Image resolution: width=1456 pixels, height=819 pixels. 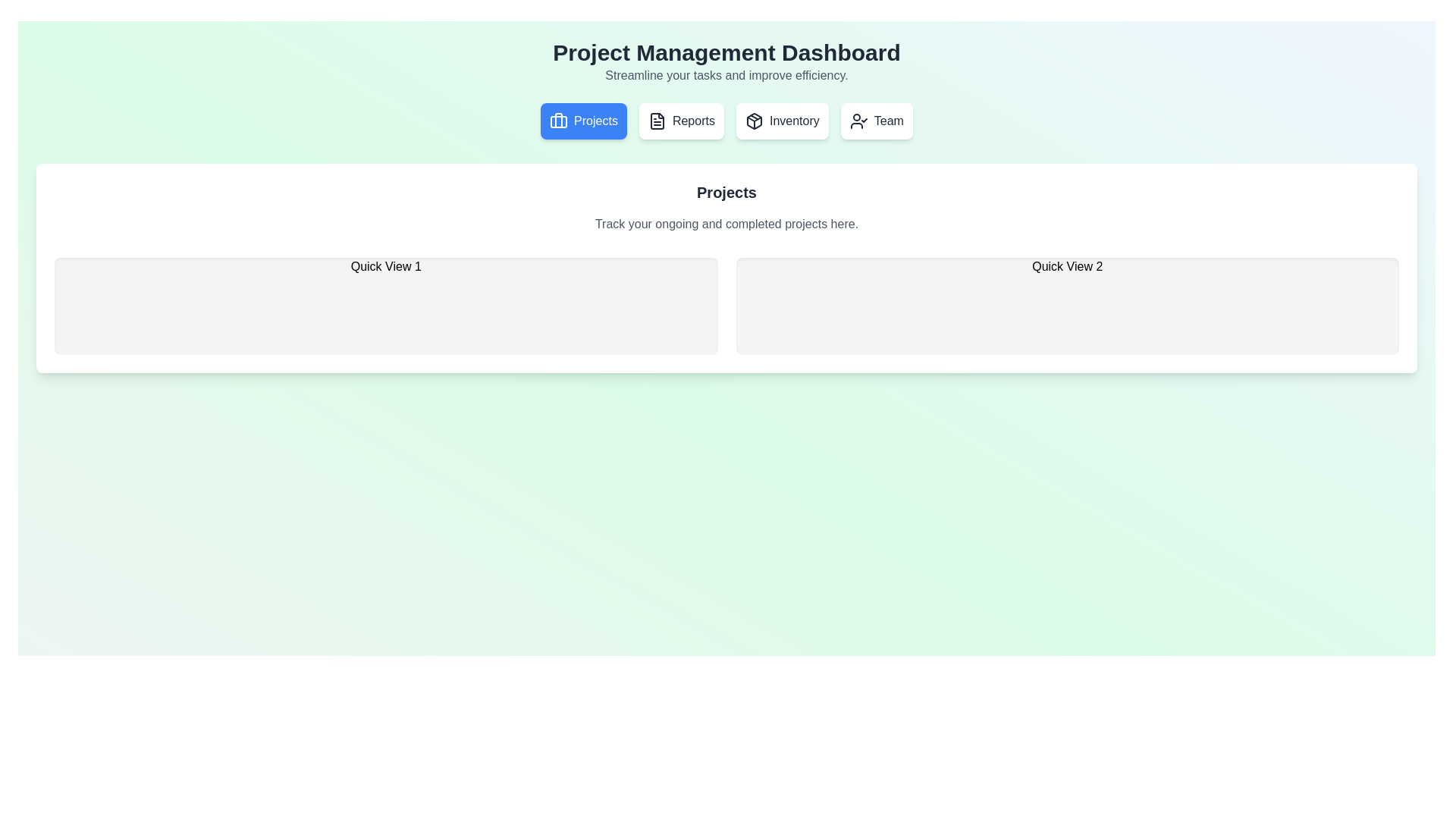 I want to click on text of the 'Reports' label, which is the second item in the horizontal menu group at the top of the interface, positioned between 'Projects' and 'Inventory', so click(x=692, y=120).